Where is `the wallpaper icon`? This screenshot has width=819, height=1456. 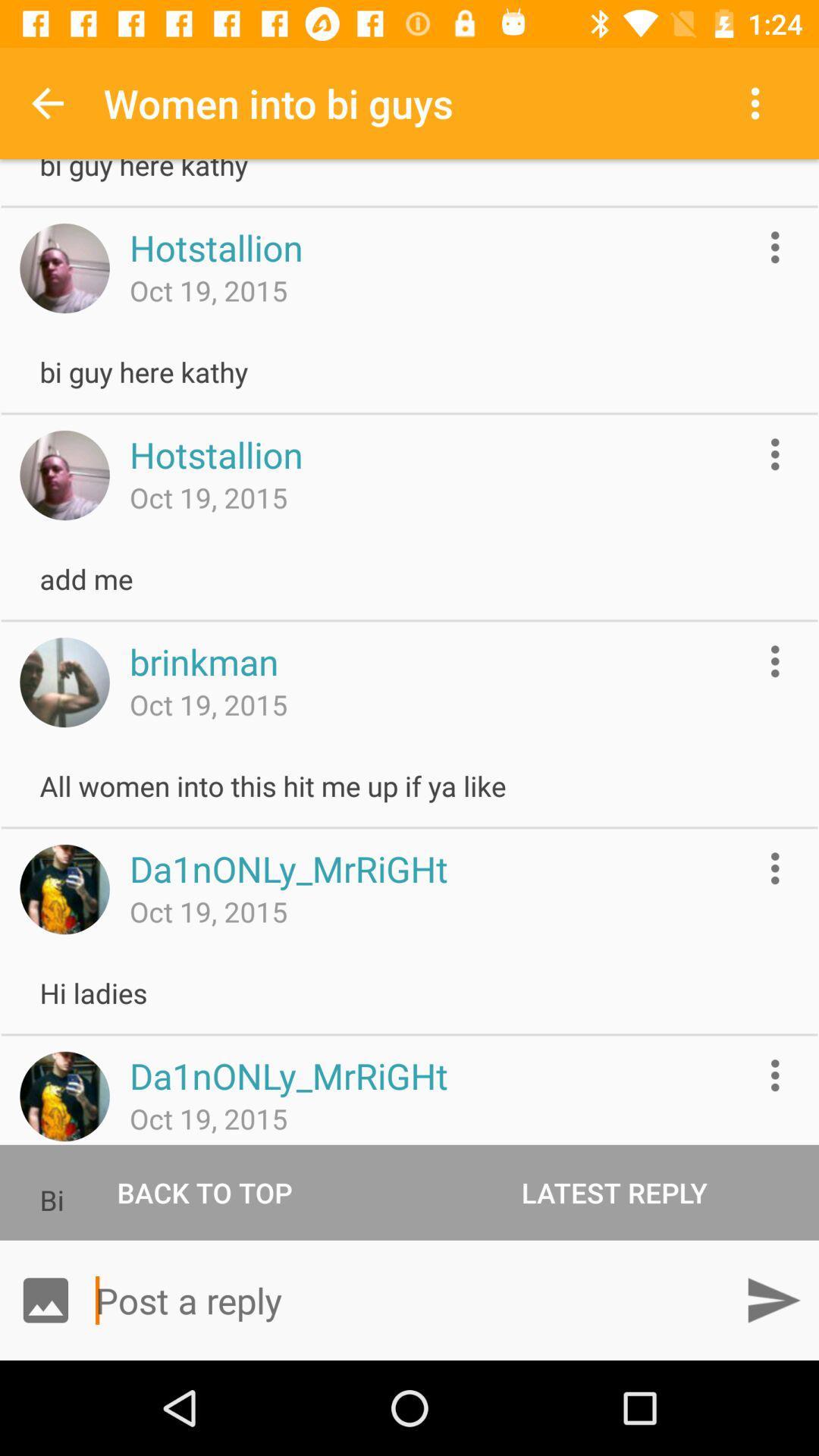
the wallpaper icon is located at coordinates (45, 1299).